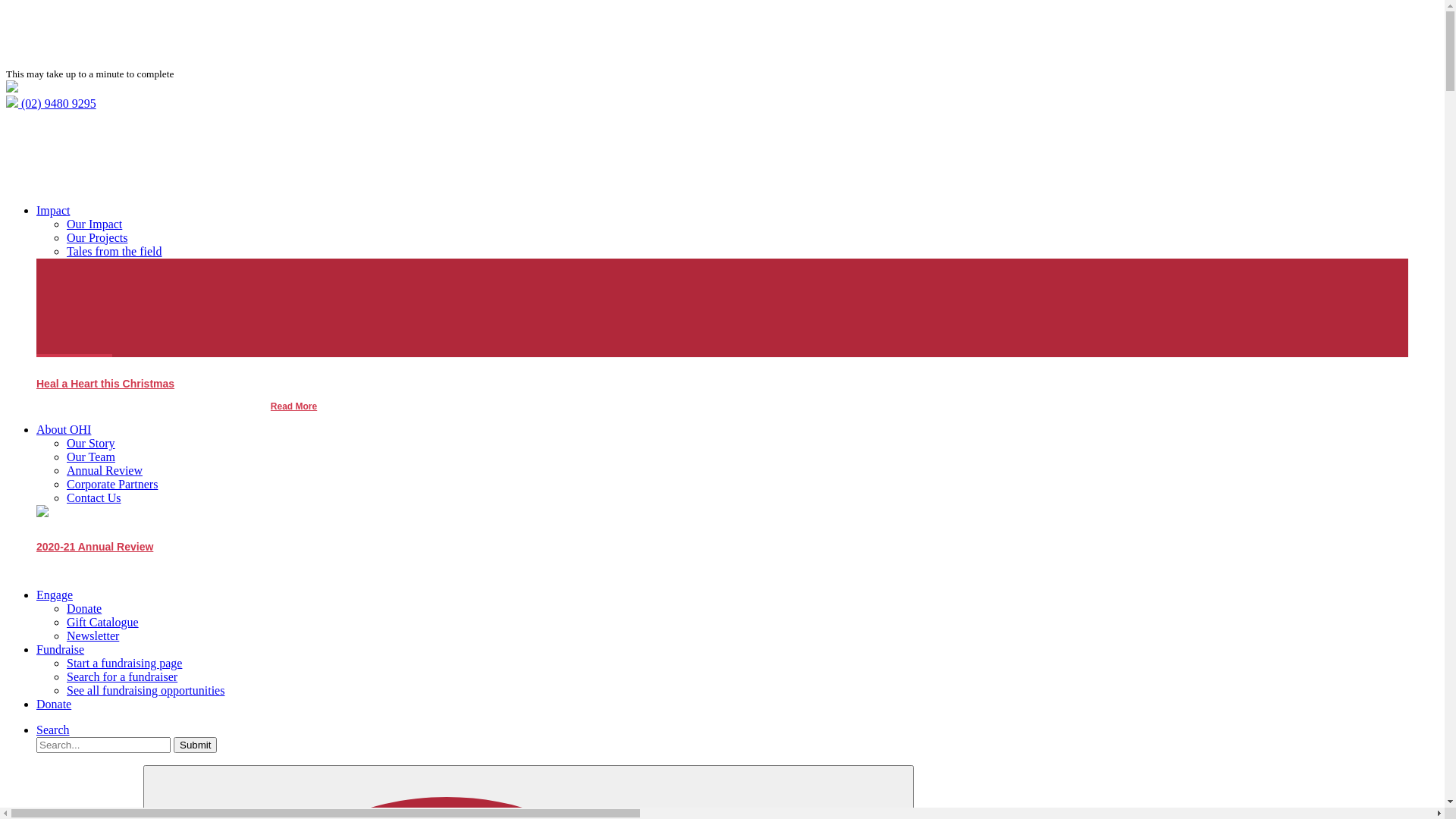  What do you see at coordinates (36, 729) in the screenshot?
I see `'Search'` at bounding box center [36, 729].